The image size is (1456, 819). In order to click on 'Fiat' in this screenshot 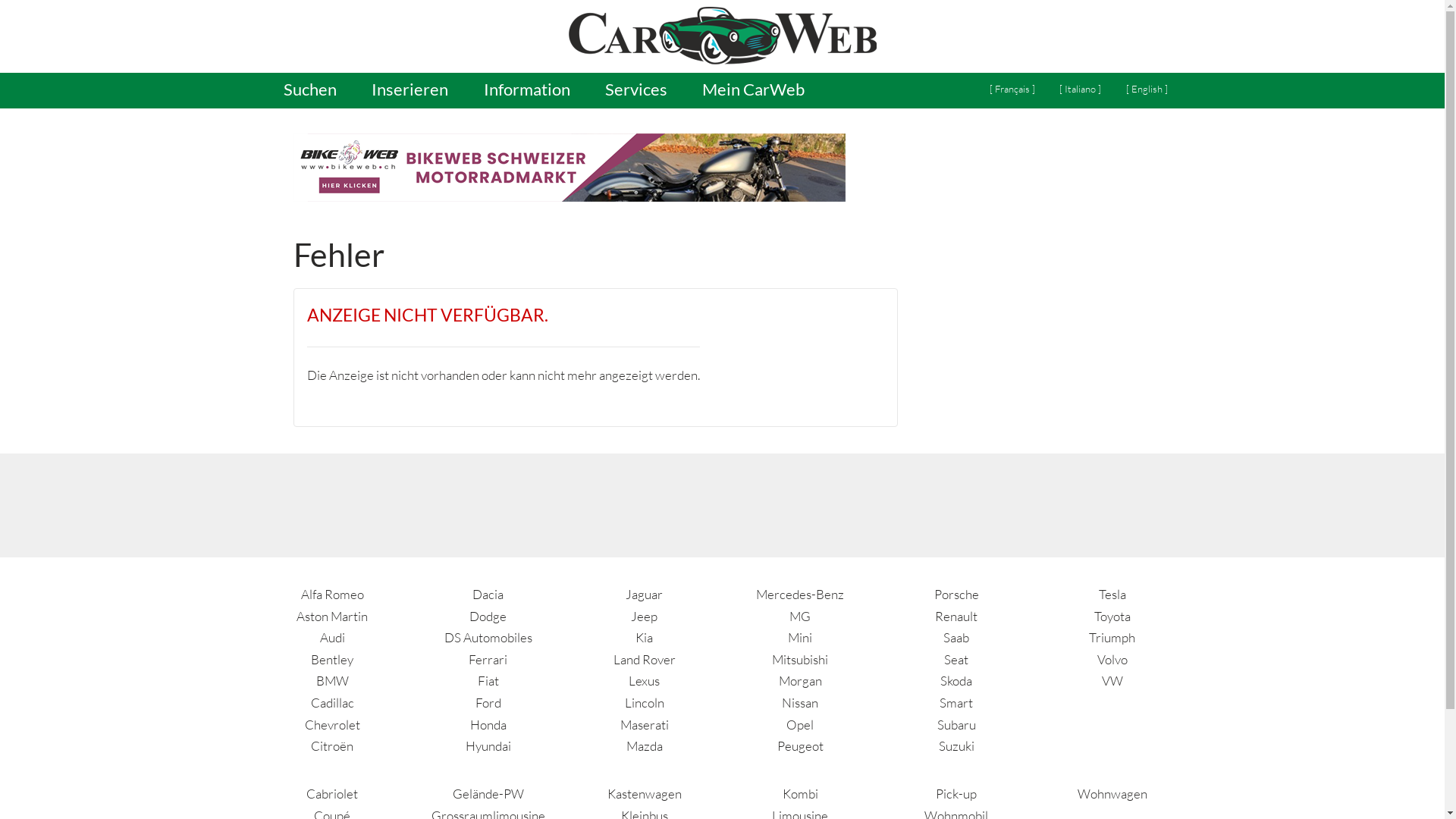, I will do `click(488, 679)`.